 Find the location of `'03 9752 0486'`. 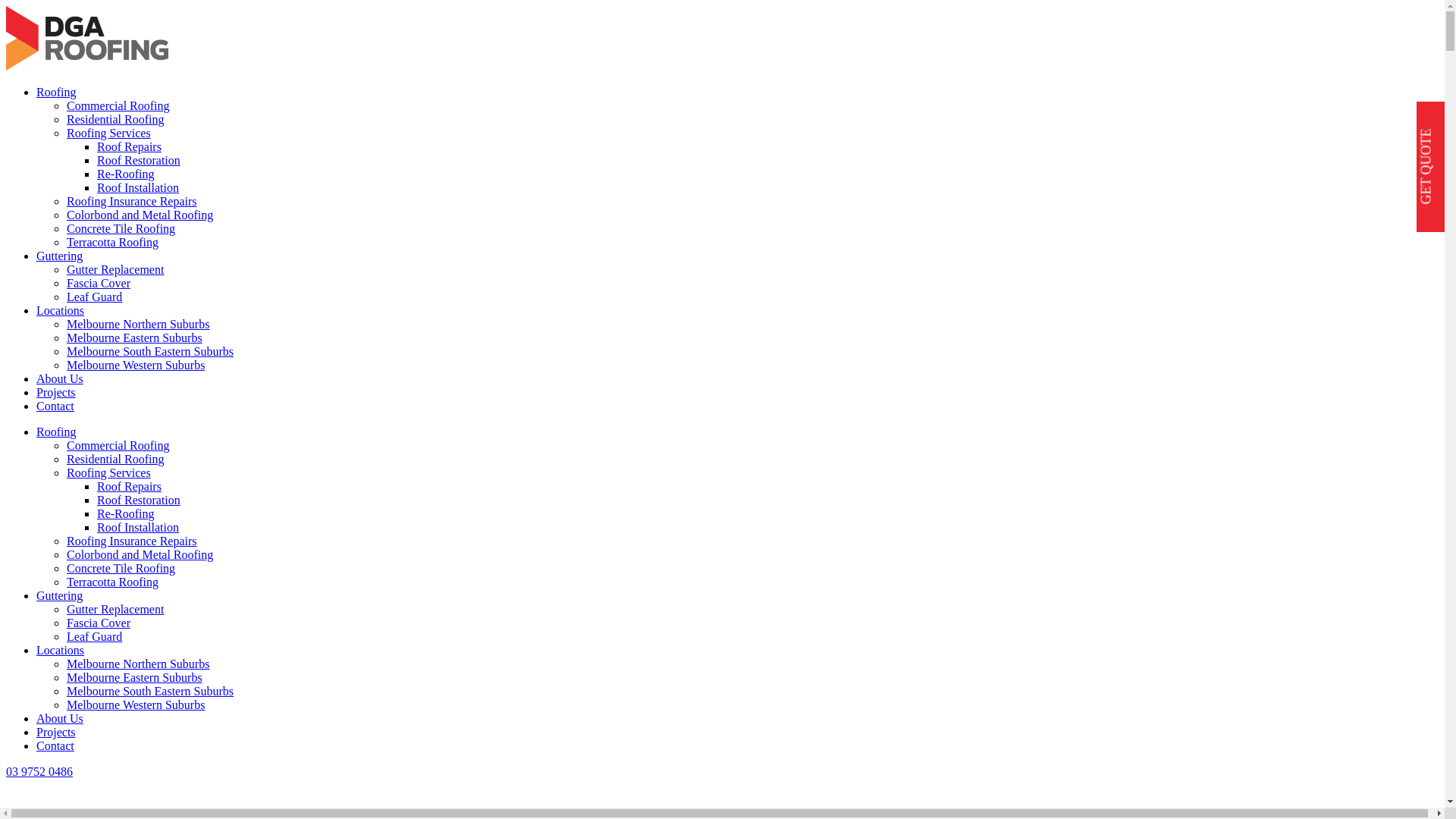

'03 9752 0486' is located at coordinates (6, 771).